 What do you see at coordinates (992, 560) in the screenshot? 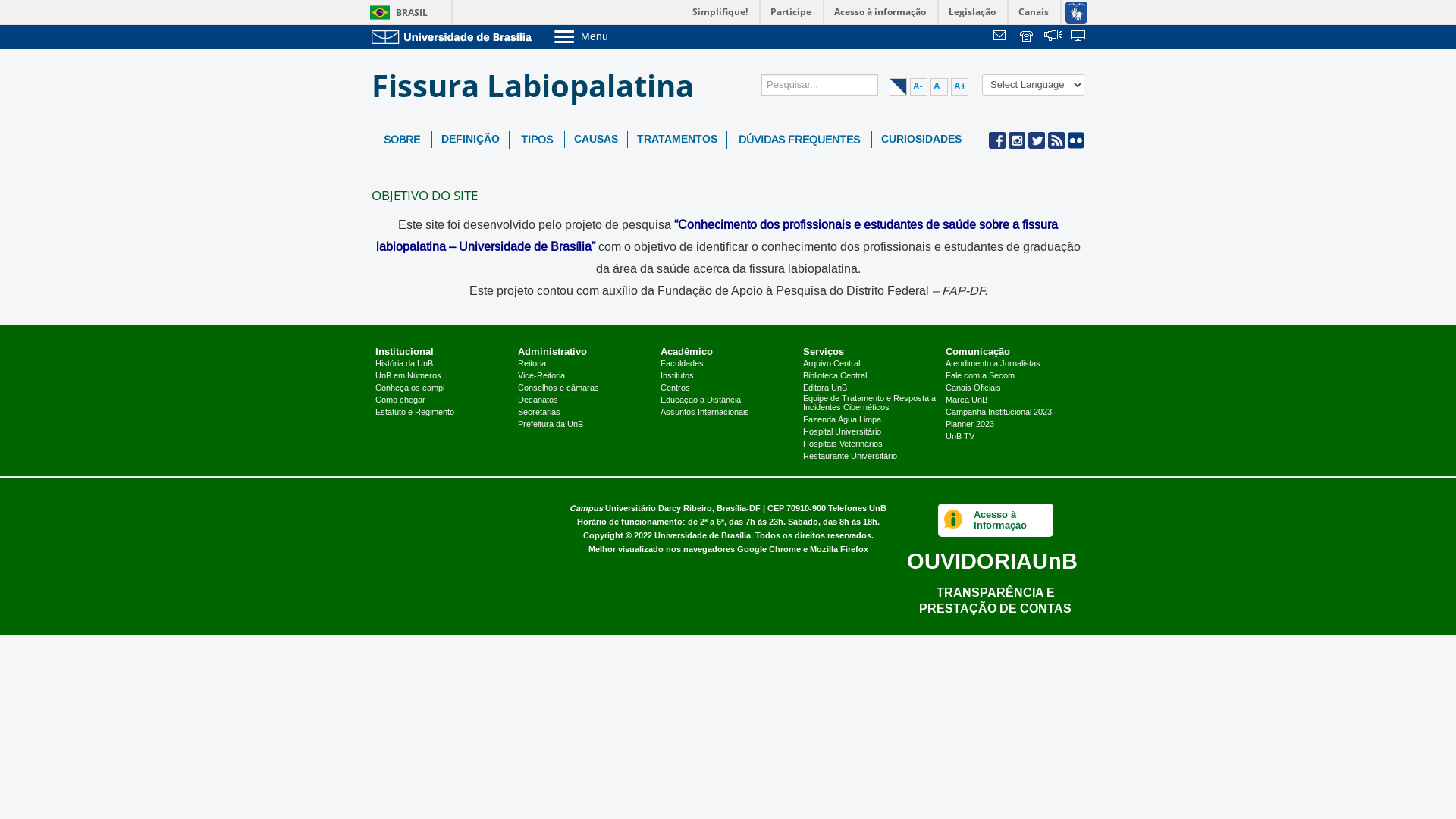
I see `'OUVIDORIAUnB'` at bounding box center [992, 560].